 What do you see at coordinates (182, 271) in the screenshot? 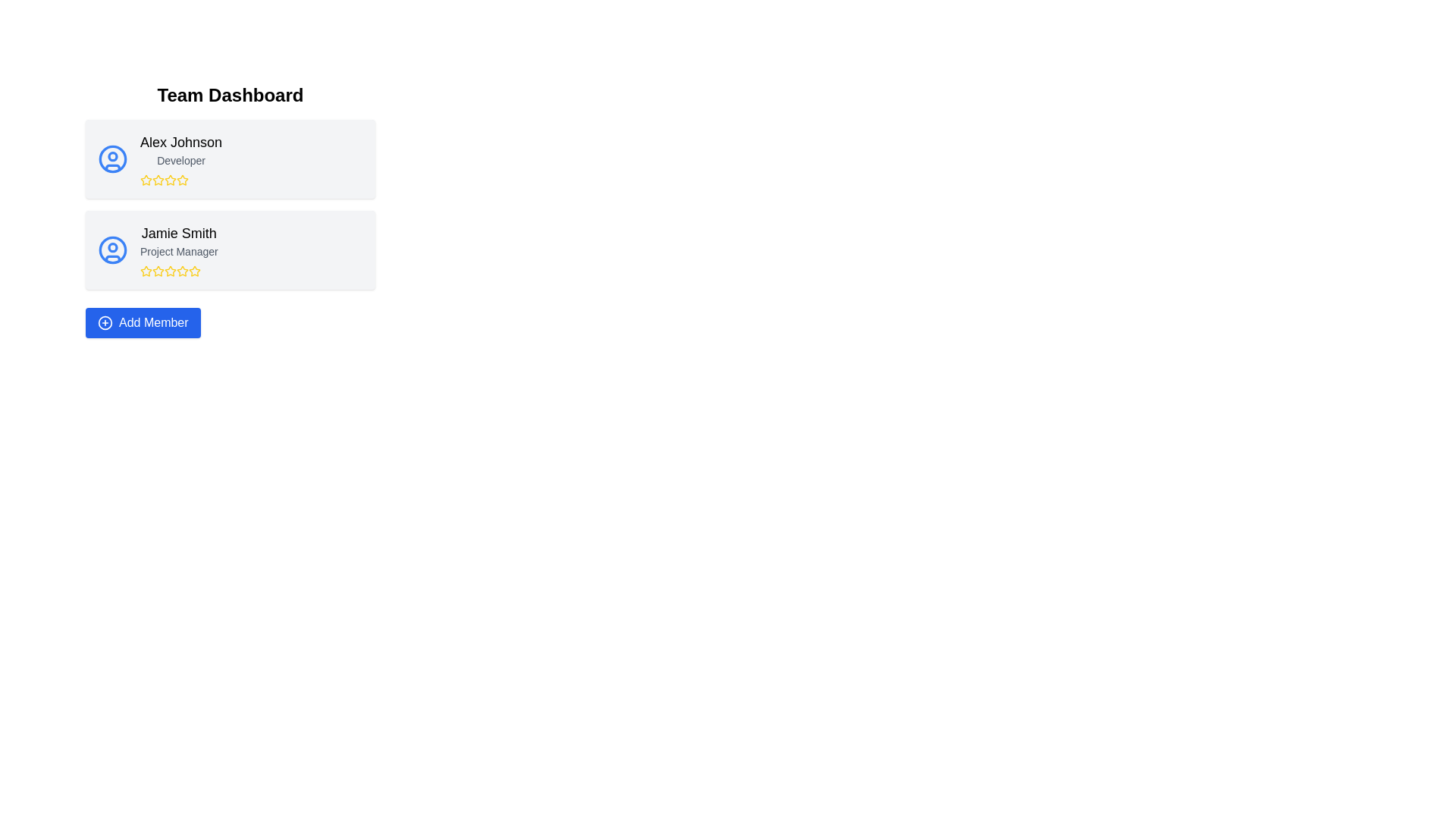
I see `the fourth star icon representing a rating for 'Jamie Smith' in the Team Dashboard, located below the header and next to the Add Member button` at bounding box center [182, 271].